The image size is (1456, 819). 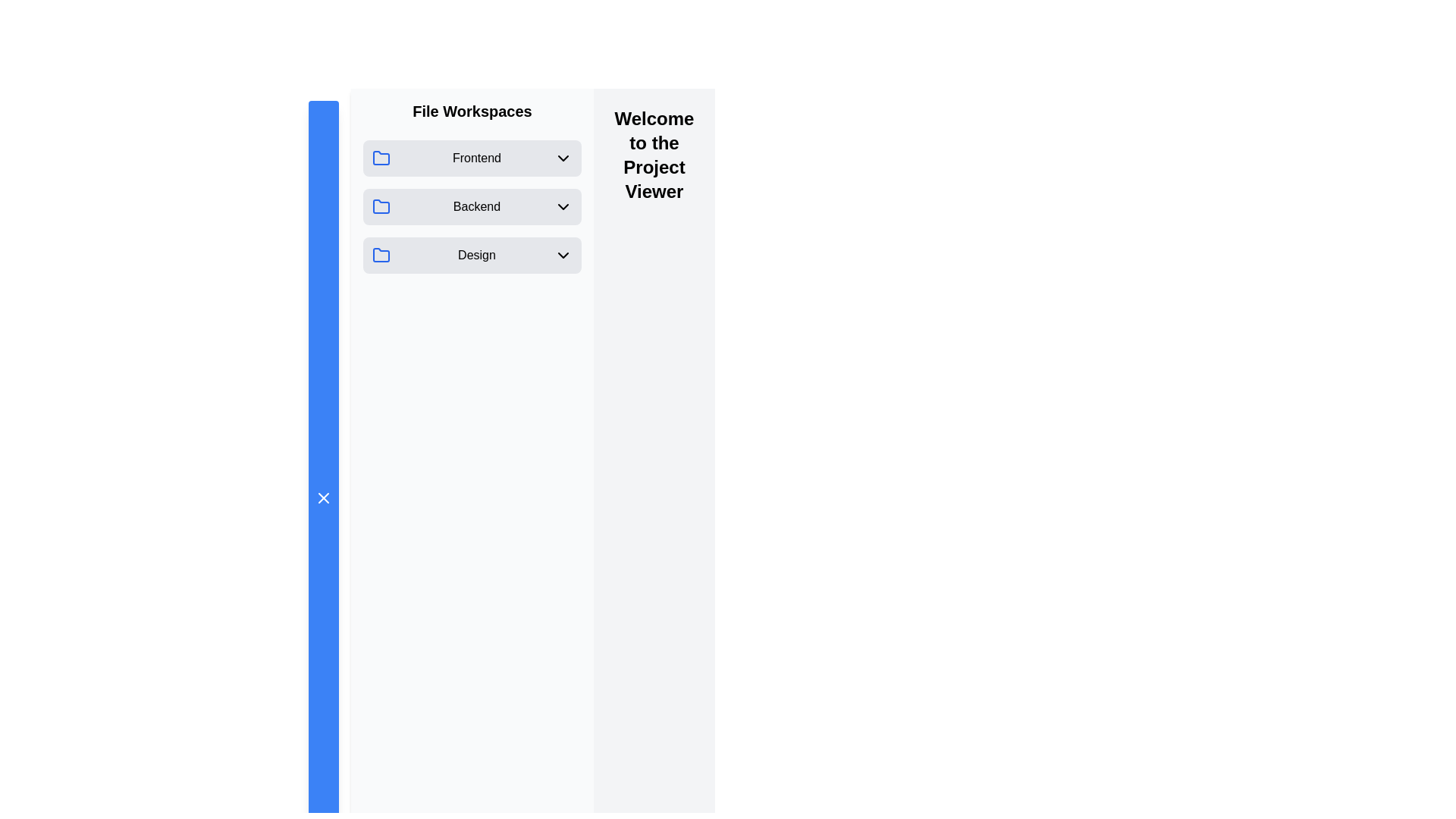 I want to click on text from the title or header Text block located in the right column of the interface, aligned near its top, so click(x=654, y=155).